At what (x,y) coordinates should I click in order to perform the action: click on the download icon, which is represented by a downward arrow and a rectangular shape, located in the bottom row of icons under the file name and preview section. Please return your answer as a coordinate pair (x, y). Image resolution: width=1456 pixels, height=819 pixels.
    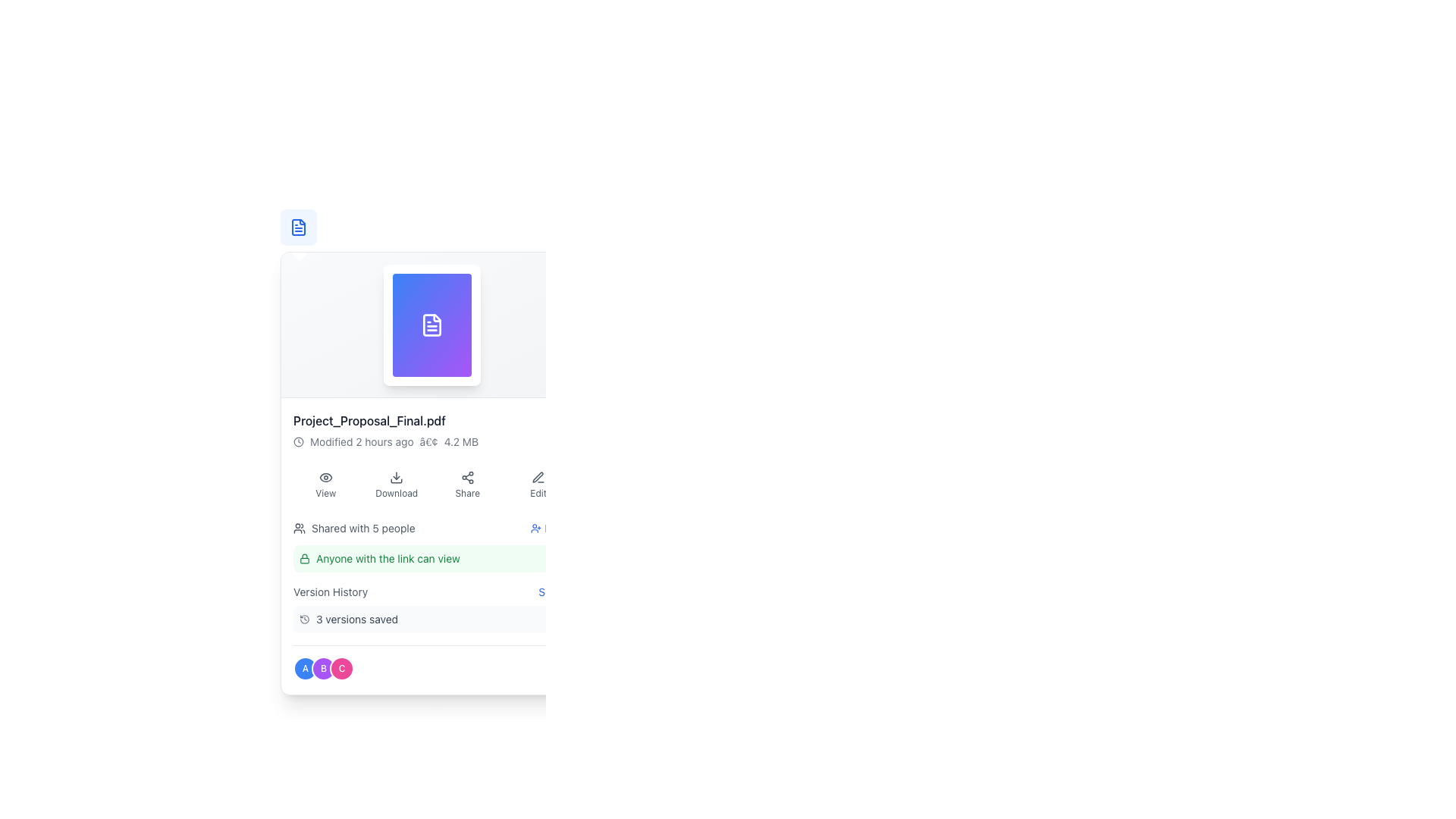
    Looking at the image, I should click on (397, 476).